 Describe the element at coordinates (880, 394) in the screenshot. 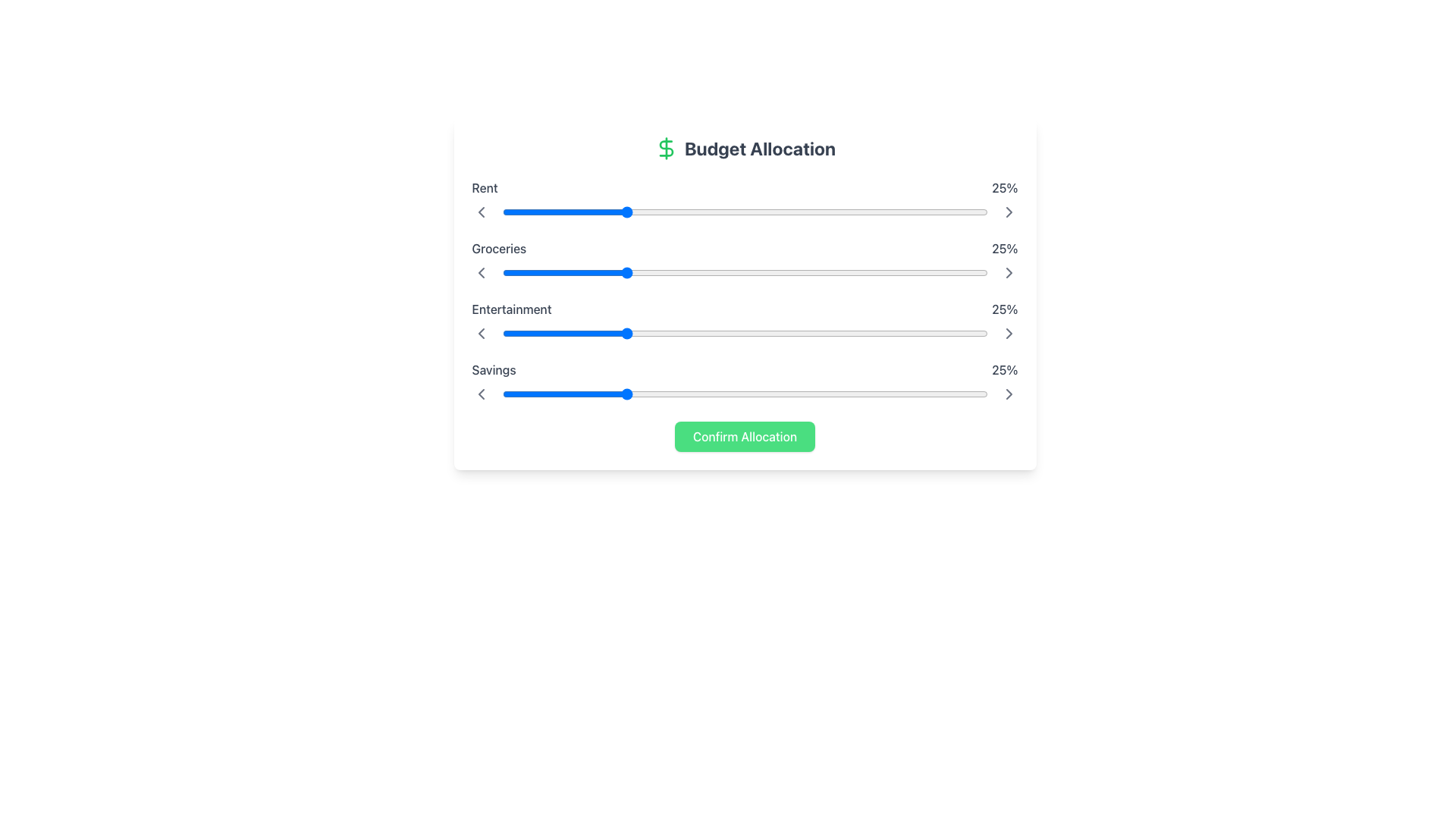

I see `the slider value` at that location.